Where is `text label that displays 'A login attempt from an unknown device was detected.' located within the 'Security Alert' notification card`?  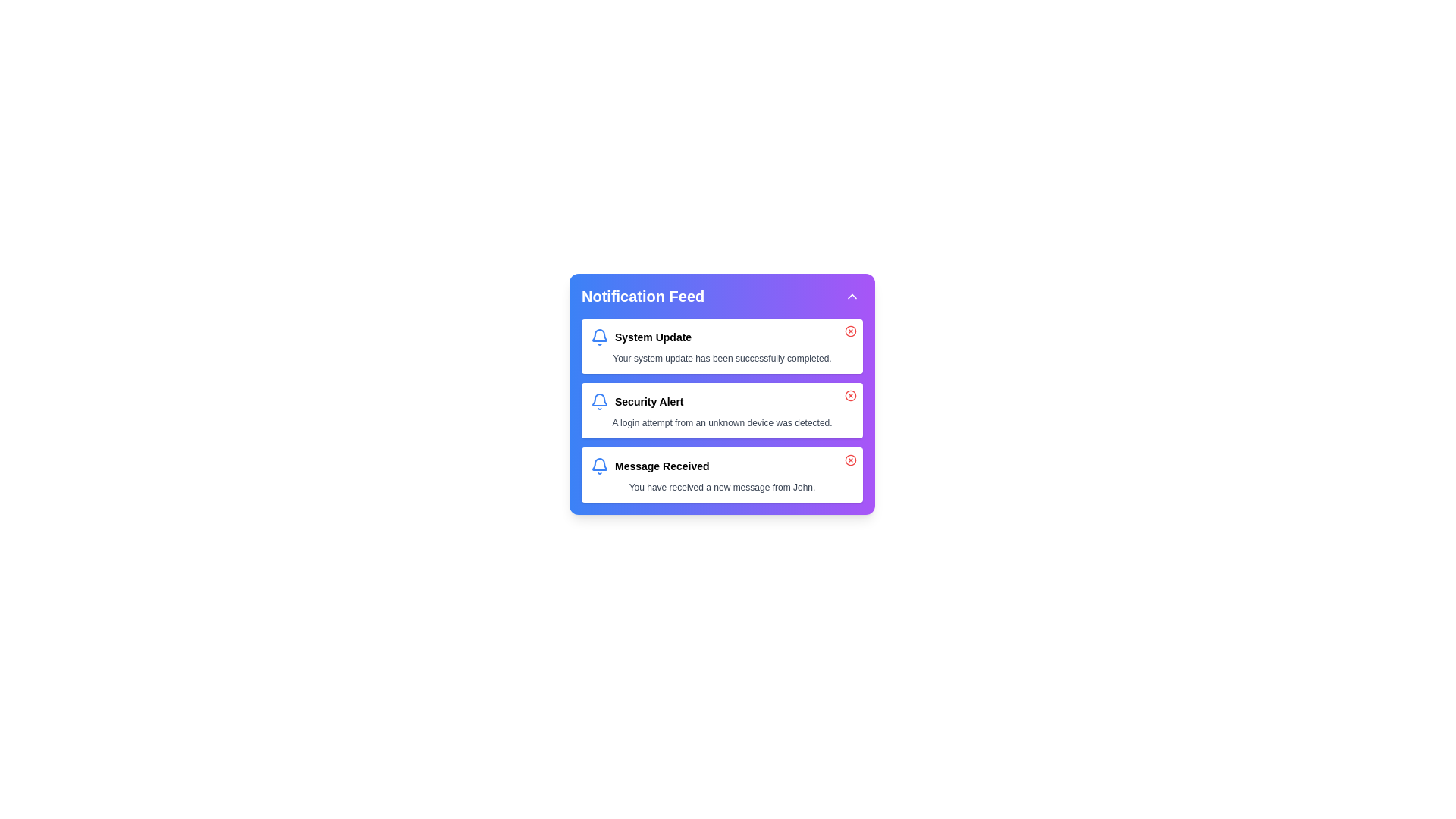 text label that displays 'A login attempt from an unknown device was detected.' located within the 'Security Alert' notification card is located at coordinates (721, 423).